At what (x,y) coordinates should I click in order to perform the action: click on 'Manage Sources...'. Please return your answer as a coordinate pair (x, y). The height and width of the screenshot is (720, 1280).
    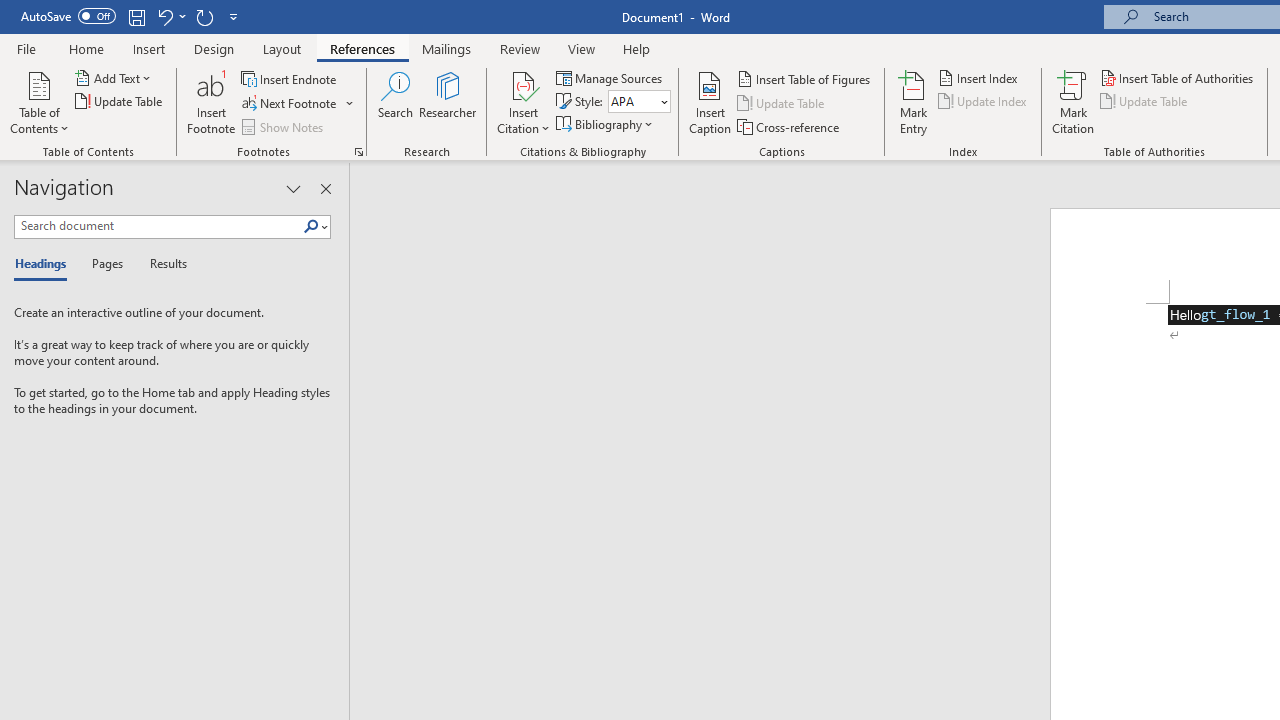
    Looking at the image, I should click on (610, 77).